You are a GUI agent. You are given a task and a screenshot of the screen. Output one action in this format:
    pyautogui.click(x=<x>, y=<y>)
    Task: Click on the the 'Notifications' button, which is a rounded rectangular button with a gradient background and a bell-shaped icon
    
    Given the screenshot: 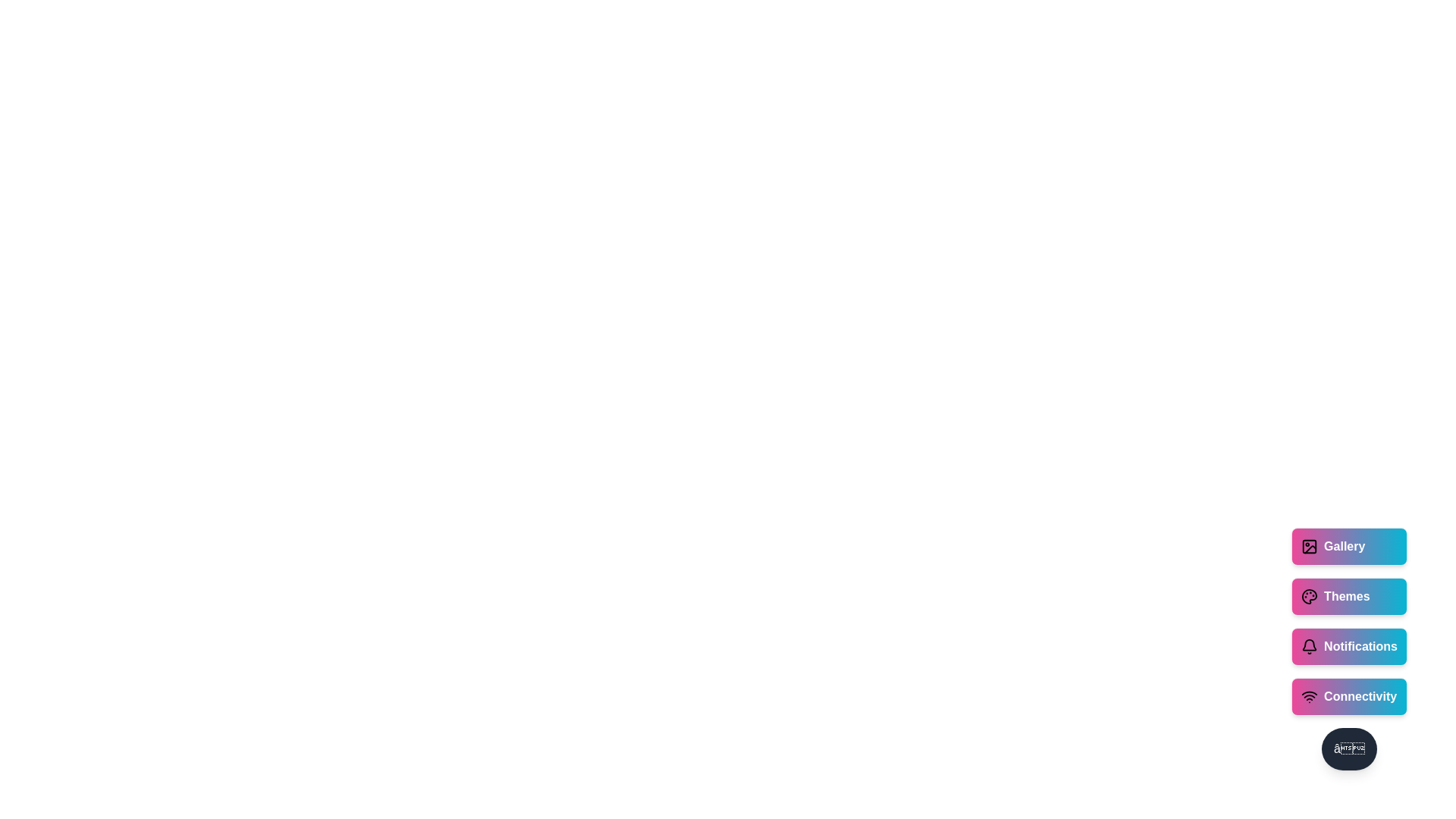 What is the action you would take?
    pyautogui.click(x=1349, y=648)
    